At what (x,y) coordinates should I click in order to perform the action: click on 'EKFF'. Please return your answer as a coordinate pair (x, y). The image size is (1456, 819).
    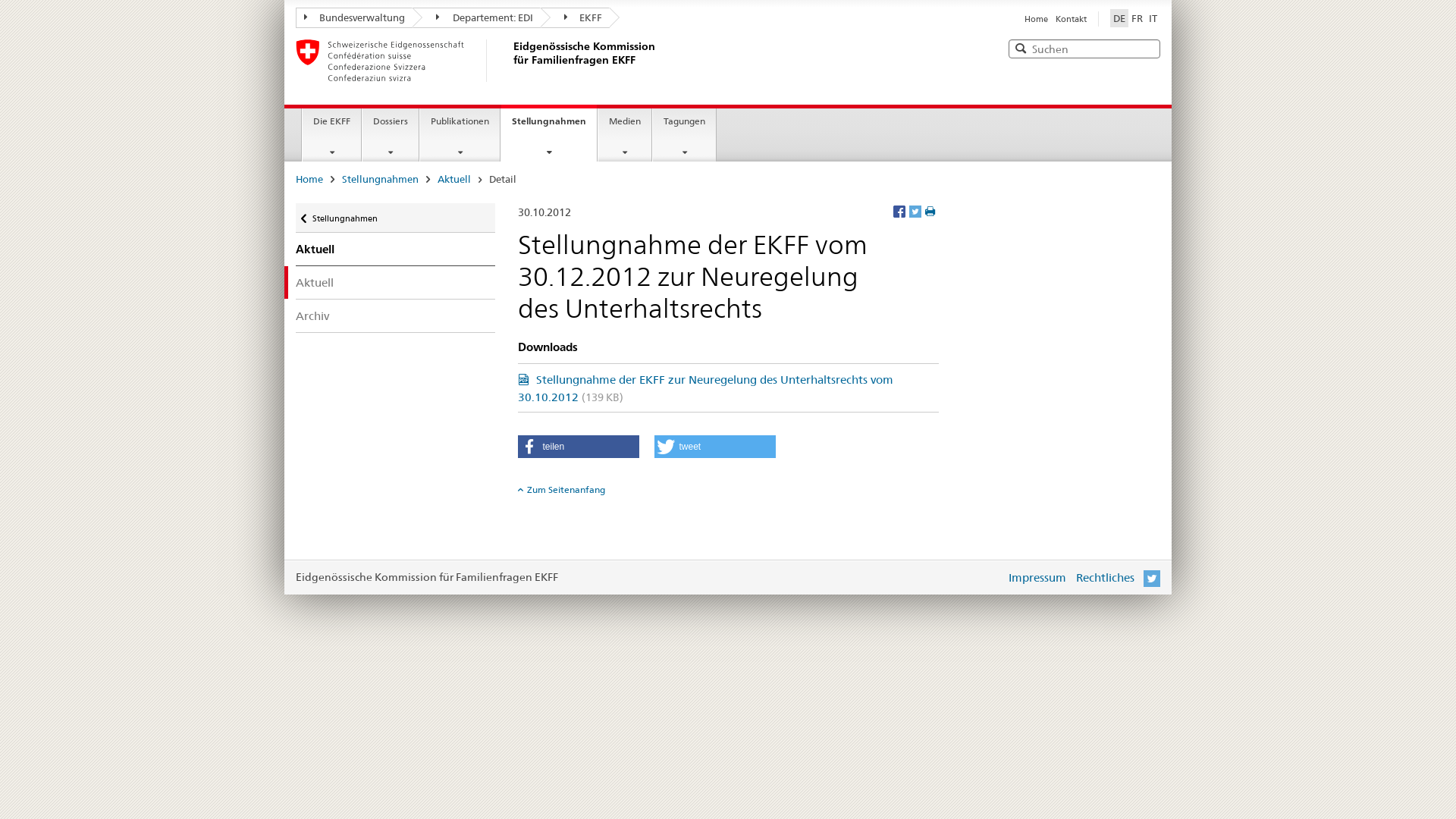
    Looking at the image, I should click on (574, 17).